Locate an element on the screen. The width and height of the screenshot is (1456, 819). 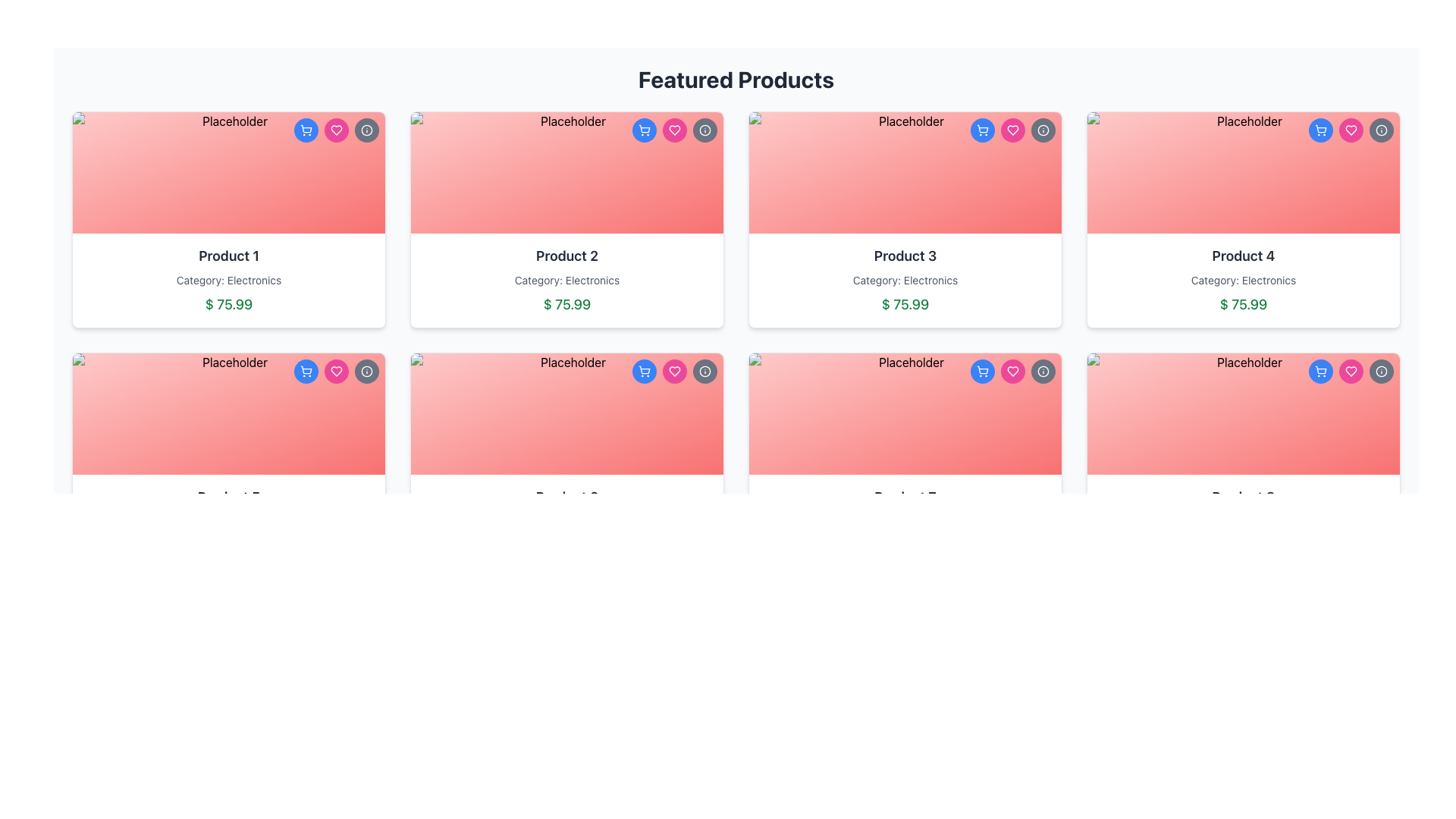
the heart icon button, which is a small heart icon within a circular button, located to the right of a shopping cart icon and to the left of a settings icon is located at coordinates (336, 130).